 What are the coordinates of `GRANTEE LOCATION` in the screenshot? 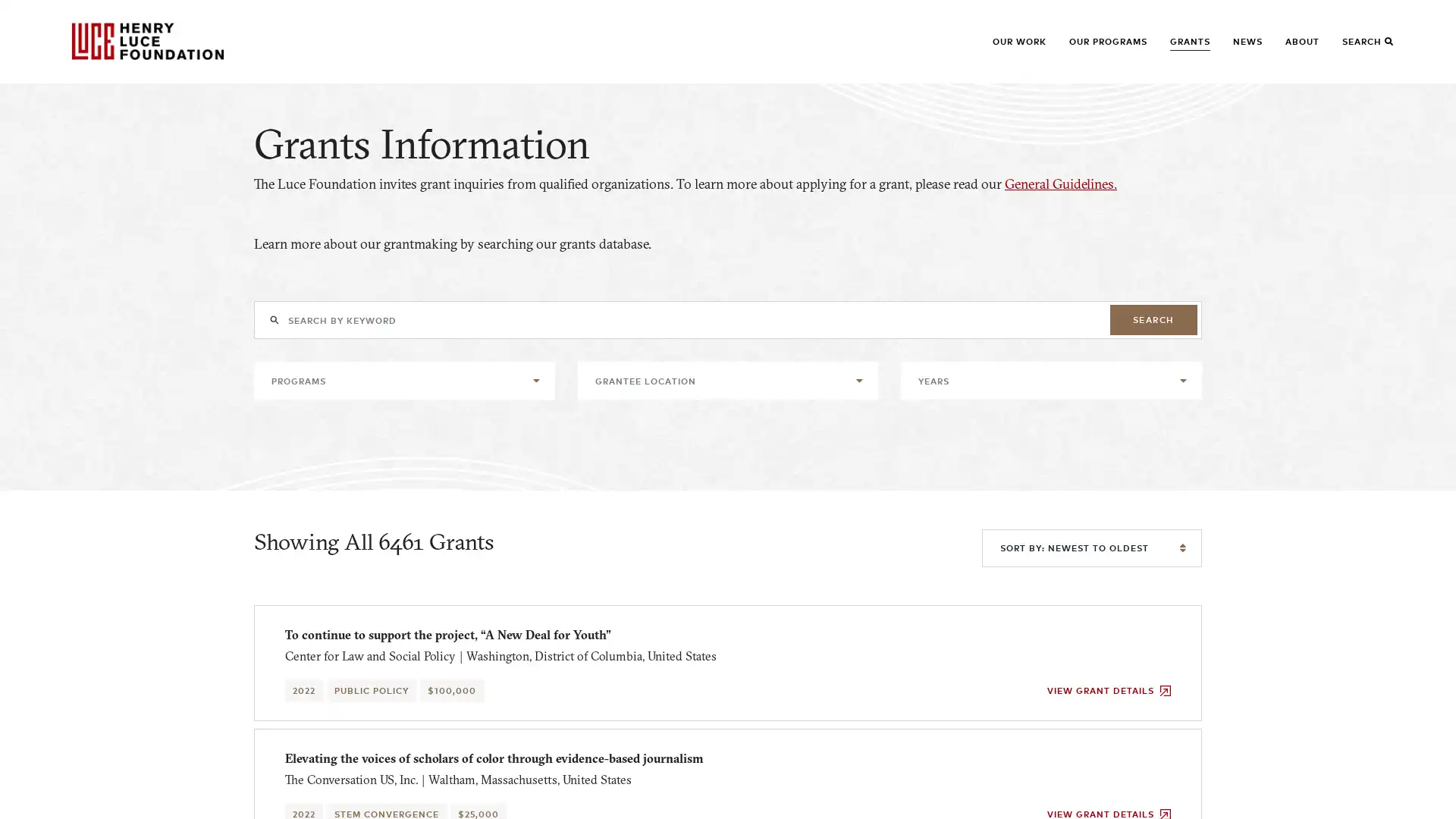 It's located at (726, 379).